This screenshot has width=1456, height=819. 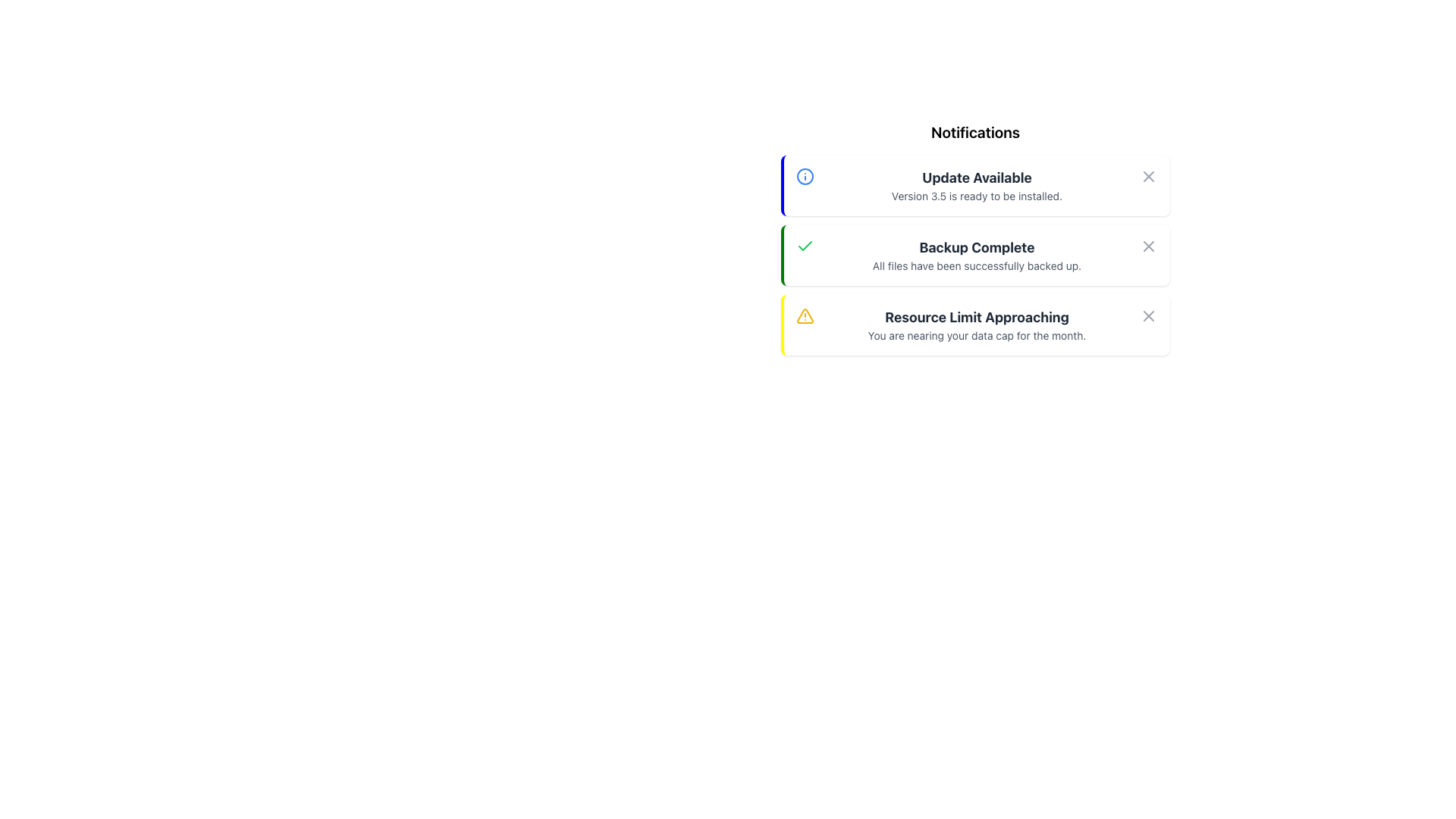 I want to click on the text element that says 'All files have been successfully backed up.' which is located below the title 'Backup Complete' in the notification card, so click(x=977, y=265).